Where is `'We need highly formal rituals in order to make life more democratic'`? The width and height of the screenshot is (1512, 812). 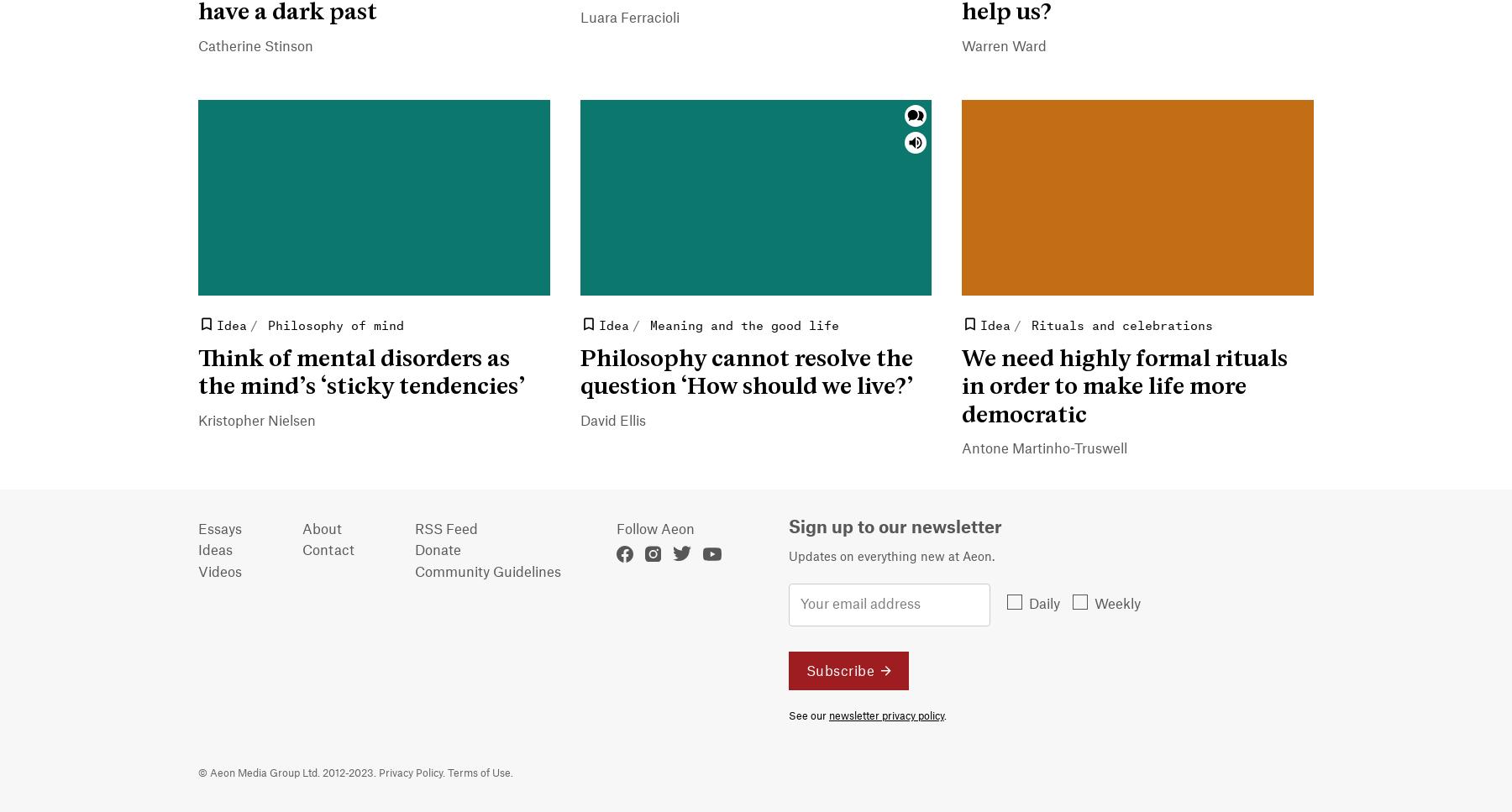 'We need highly formal rituals in order to make life more democratic' is located at coordinates (1125, 386).